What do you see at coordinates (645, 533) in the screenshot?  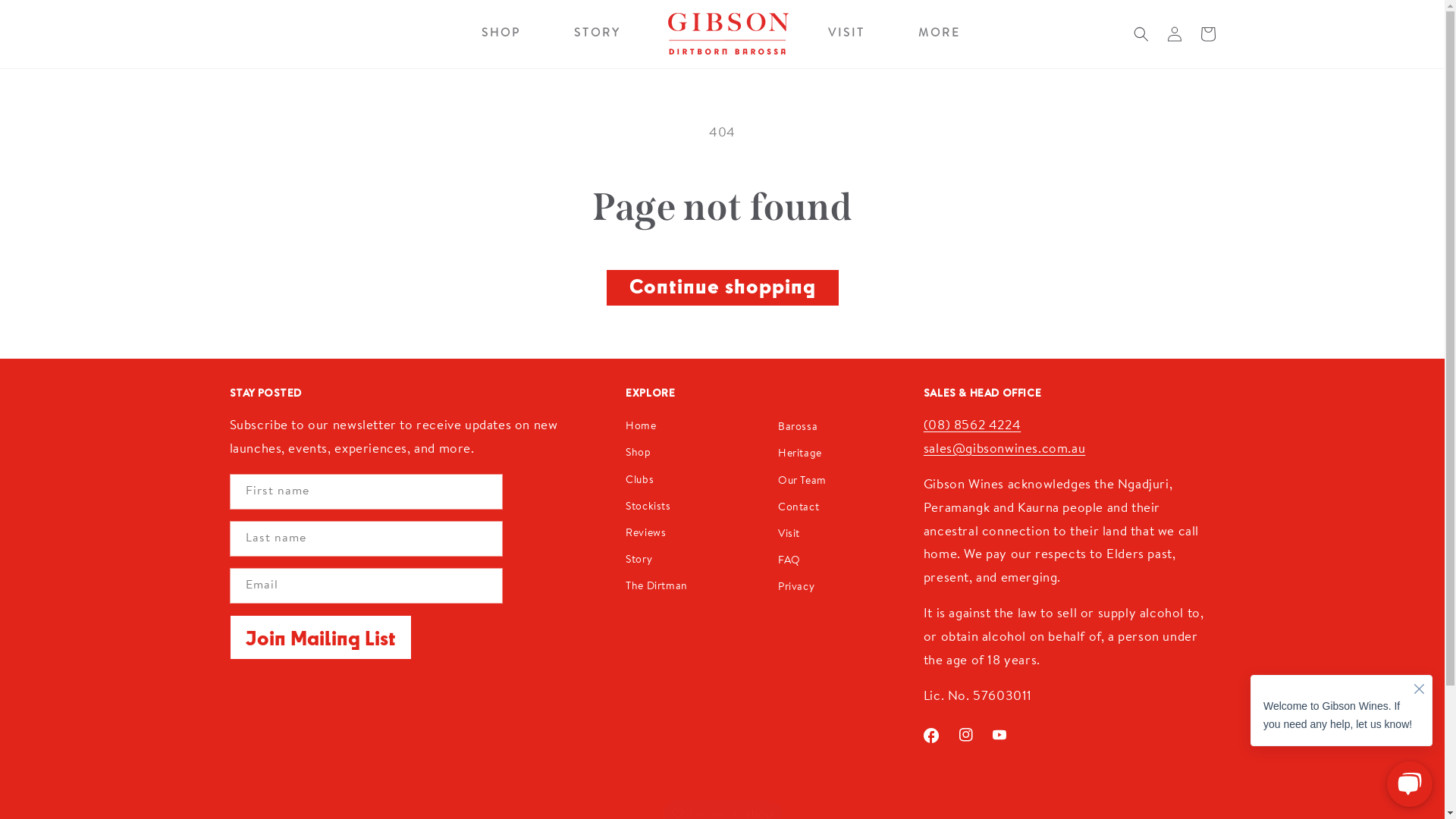 I see `'Reviews'` at bounding box center [645, 533].